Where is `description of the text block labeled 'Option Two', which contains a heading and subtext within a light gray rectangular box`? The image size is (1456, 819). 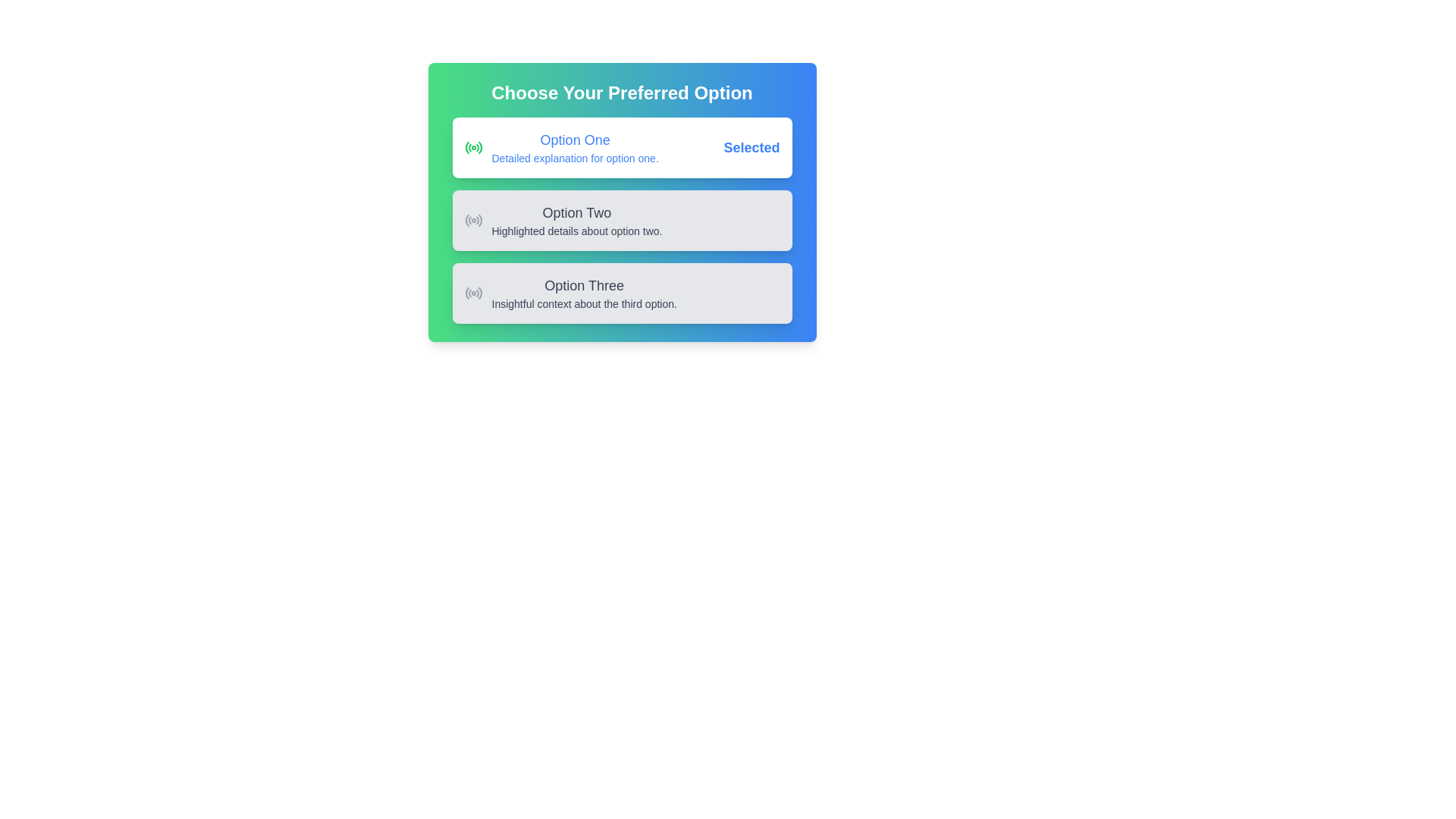
description of the text block labeled 'Option Two', which contains a heading and subtext within a light gray rectangular box is located at coordinates (576, 220).